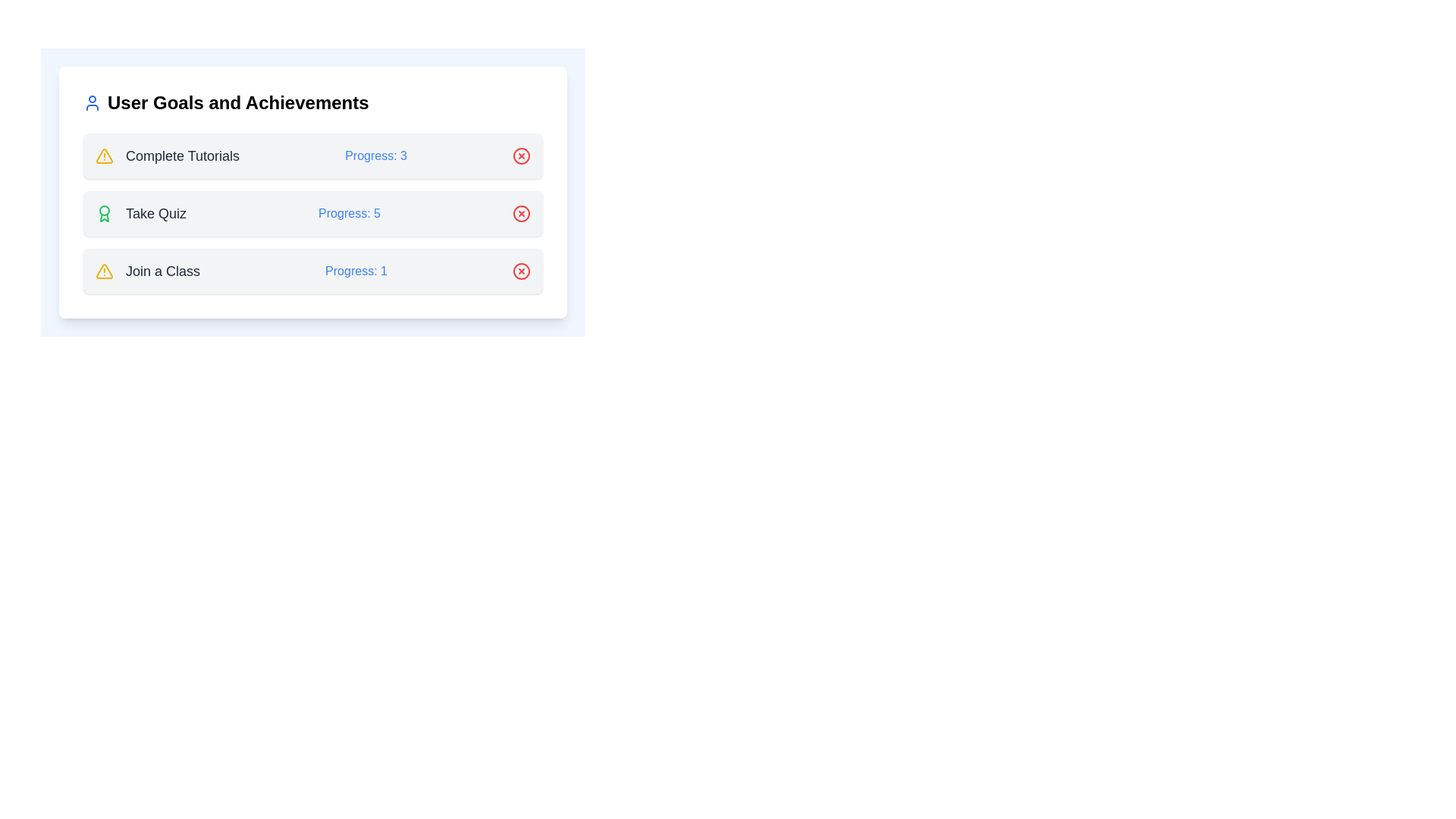 The height and width of the screenshot is (819, 1456). I want to click on the SVG circle element representing the cancel or close functionality located to the right of the 'Complete Tutorials' row in the 'User Goals and Achievements' section, so click(521, 155).